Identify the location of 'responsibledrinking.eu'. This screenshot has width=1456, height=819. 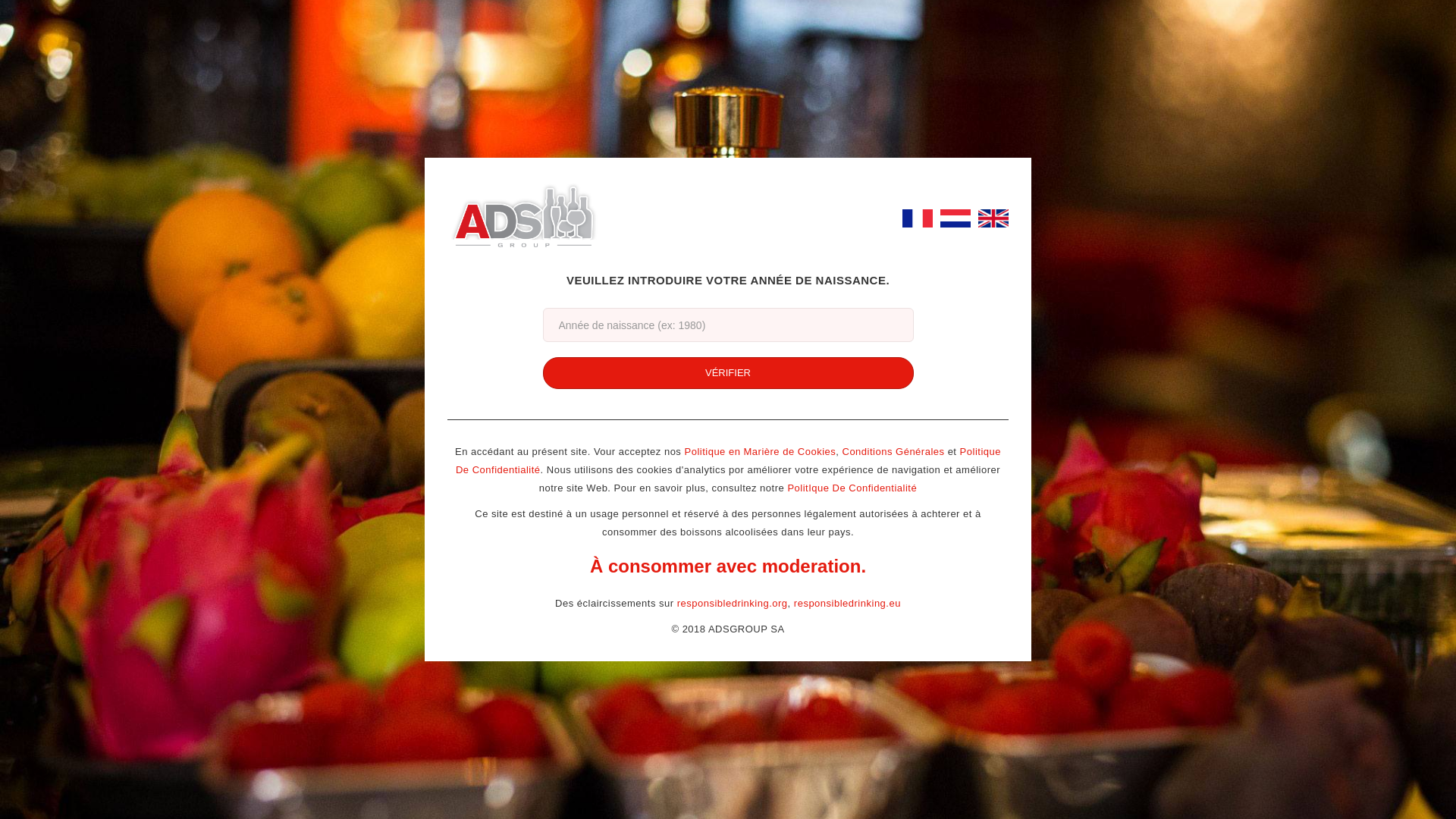
(846, 602).